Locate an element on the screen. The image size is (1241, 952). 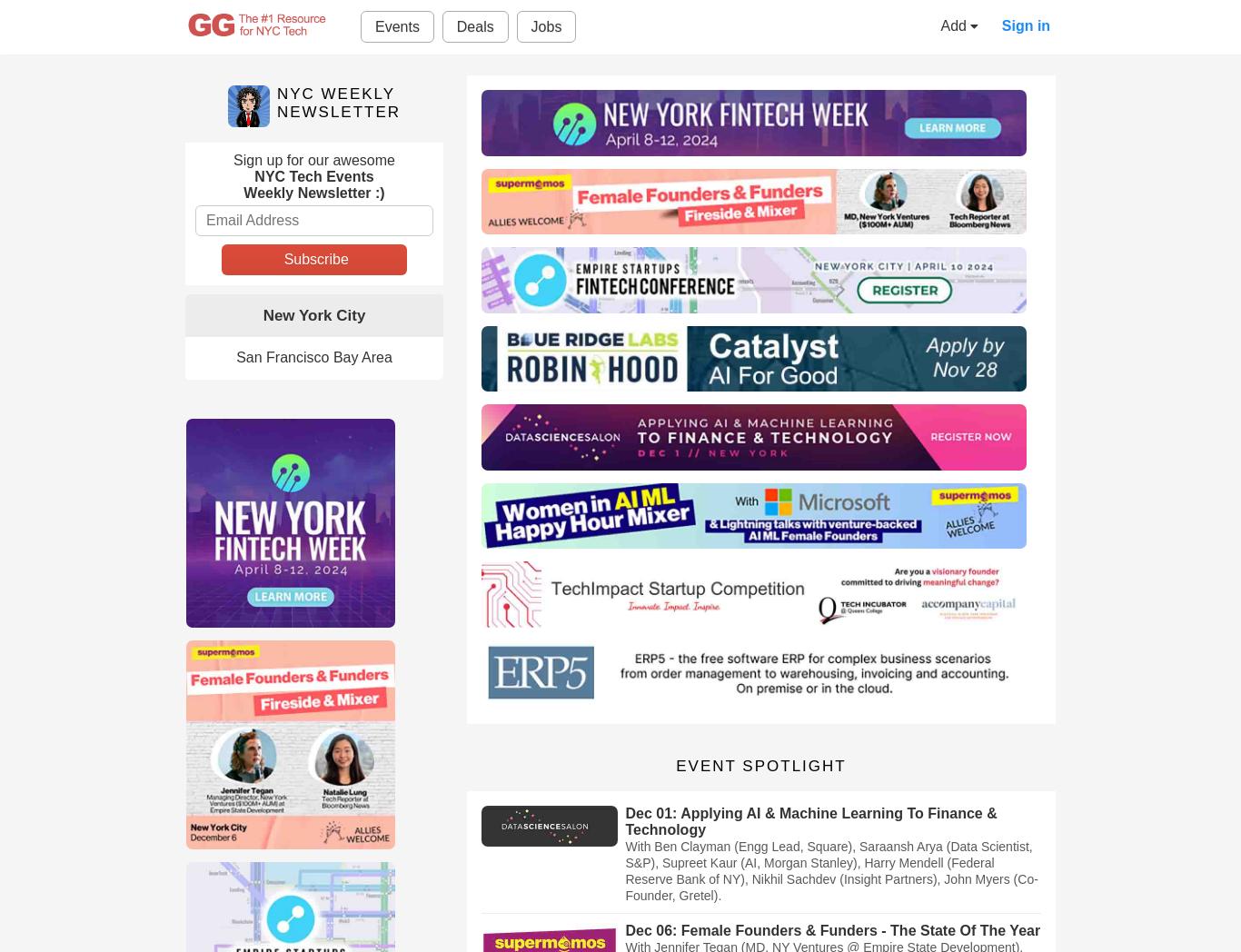
'San Francisco Bay Area' is located at coordinates (313, 356).